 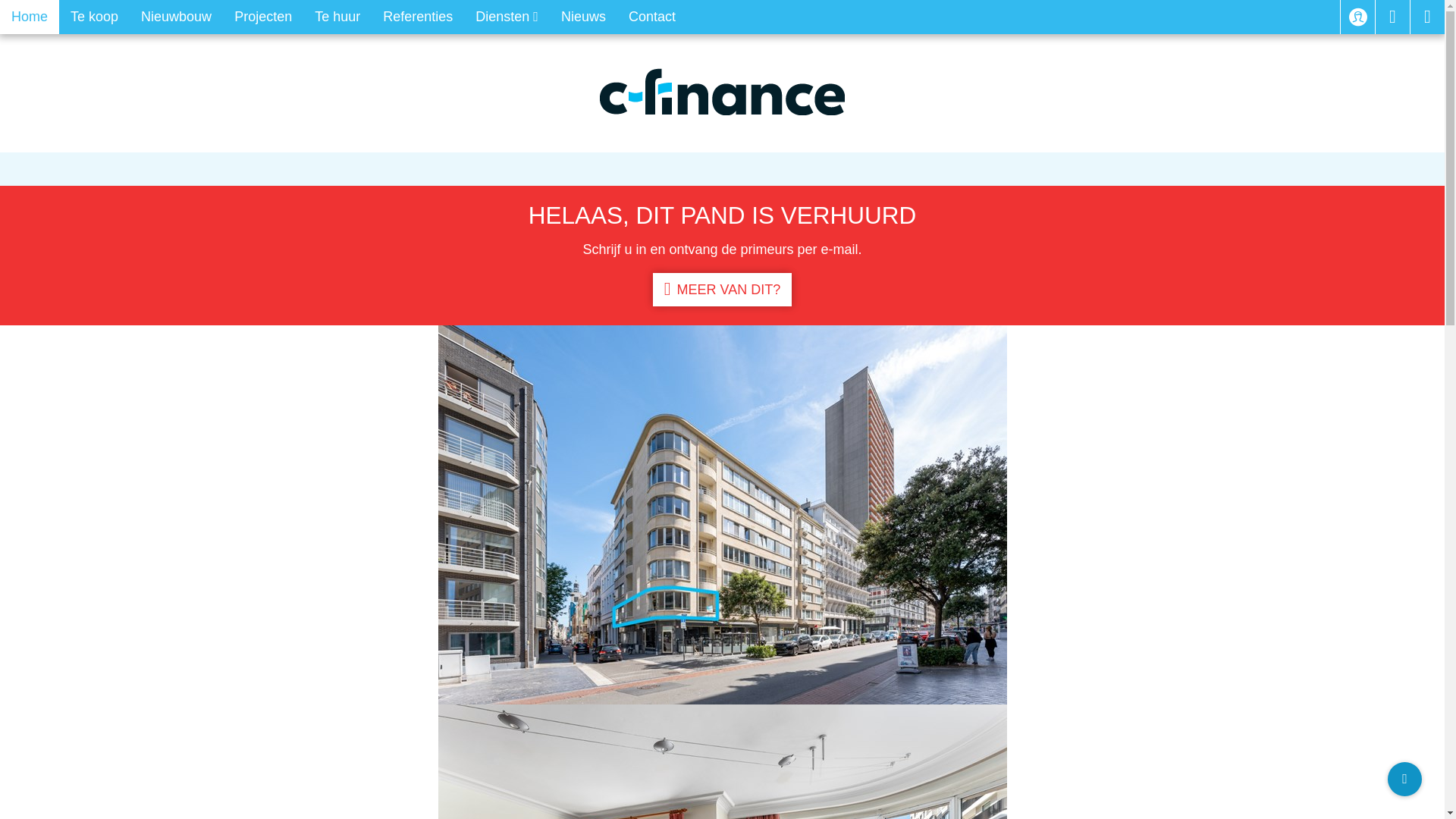 I want to click on 'Te koop', so click(x=93, y=17).